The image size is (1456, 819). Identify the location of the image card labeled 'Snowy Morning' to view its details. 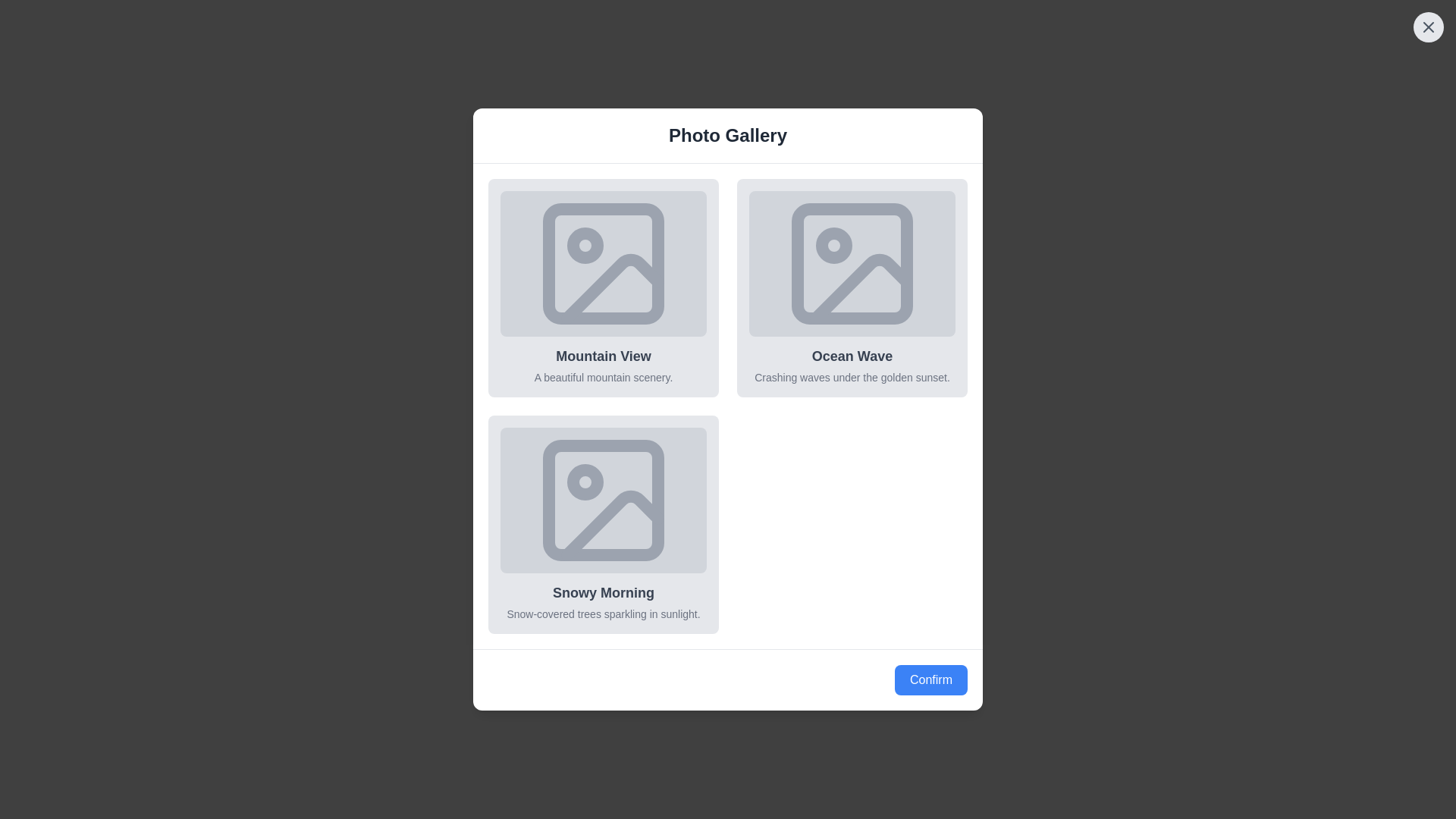
(603, 523).